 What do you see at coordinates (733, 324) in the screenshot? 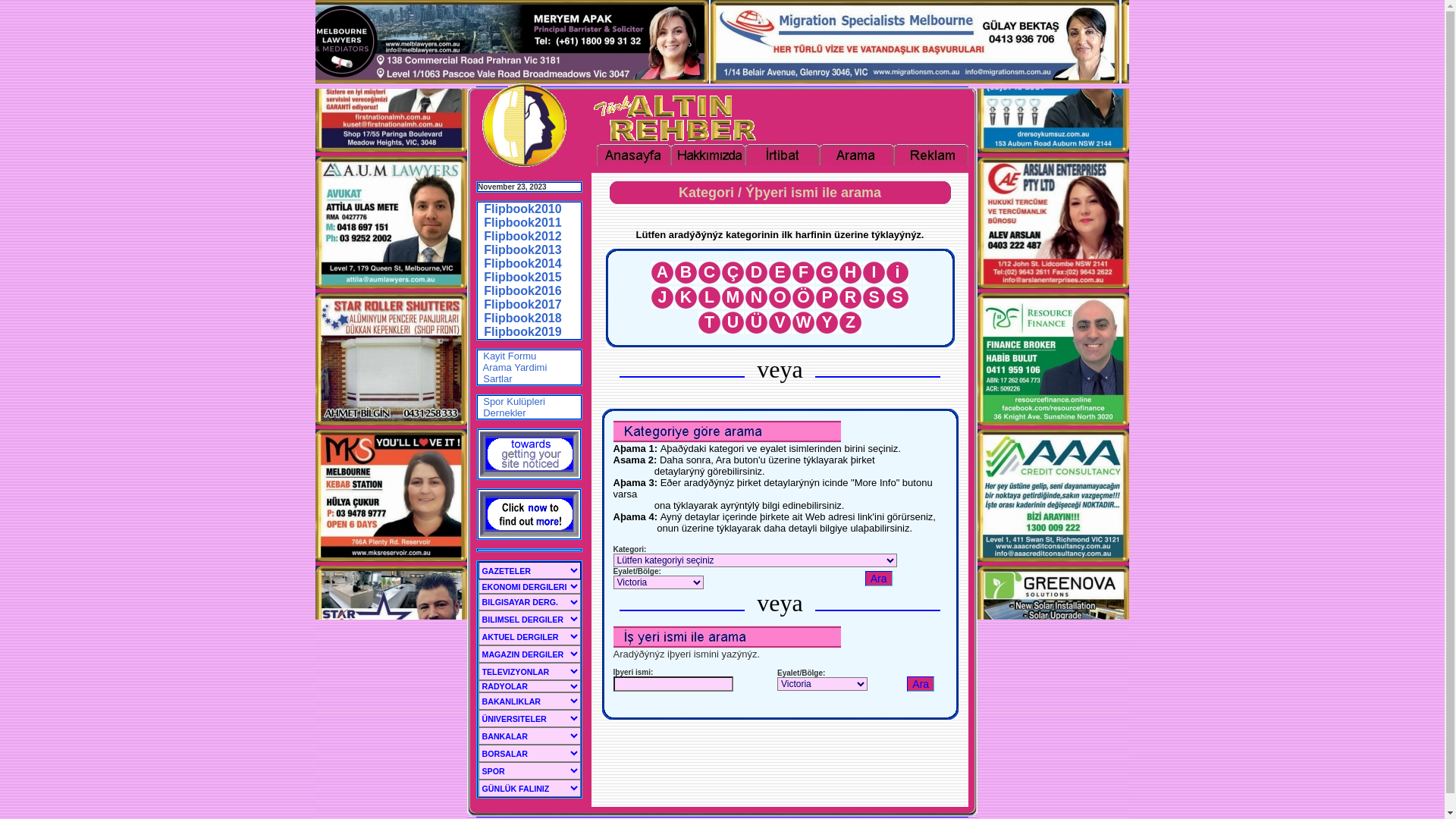
I see `'U'` at bounding box center [733, 324].